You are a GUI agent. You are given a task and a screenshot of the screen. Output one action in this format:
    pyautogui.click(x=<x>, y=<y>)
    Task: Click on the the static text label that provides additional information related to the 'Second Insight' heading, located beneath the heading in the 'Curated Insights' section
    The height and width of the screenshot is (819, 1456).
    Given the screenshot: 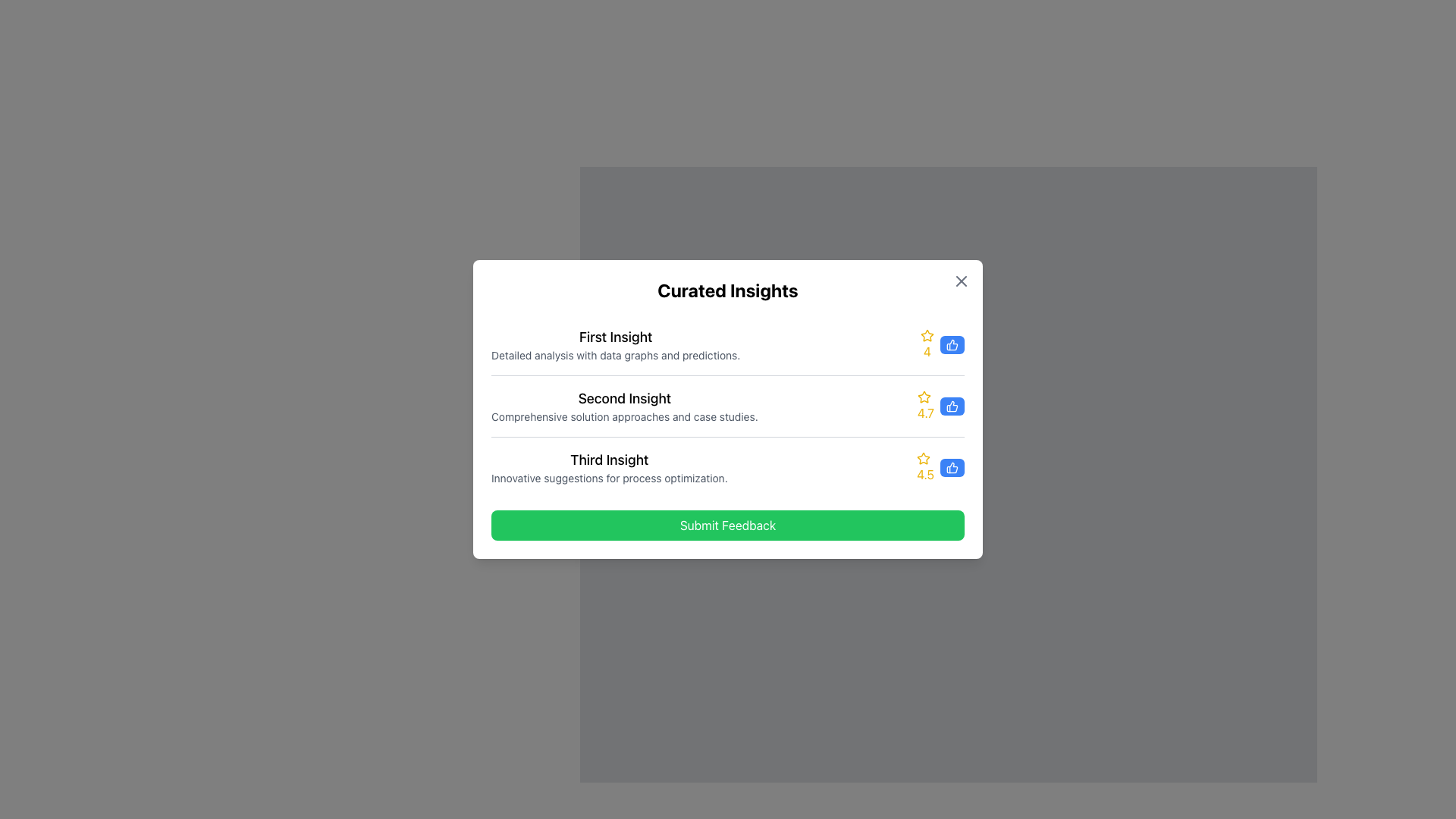 What is the action you would take?
    pyautogui.click(x=624, y=417)
    